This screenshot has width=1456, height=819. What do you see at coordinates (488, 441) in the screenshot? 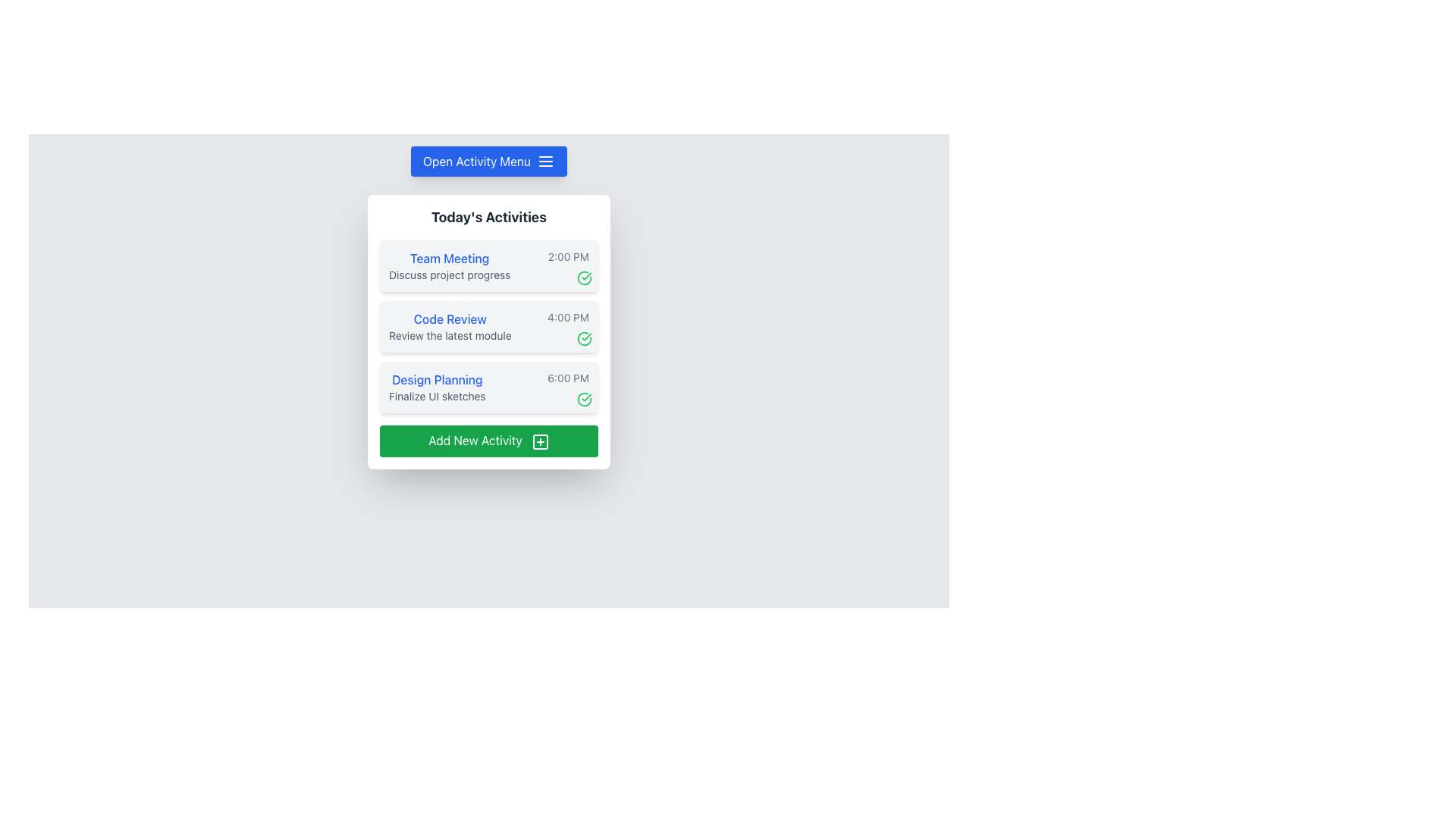
I see `the 'Add New Activity' button, which has a green background and a '+' icon` at bounding box center [488, 441].